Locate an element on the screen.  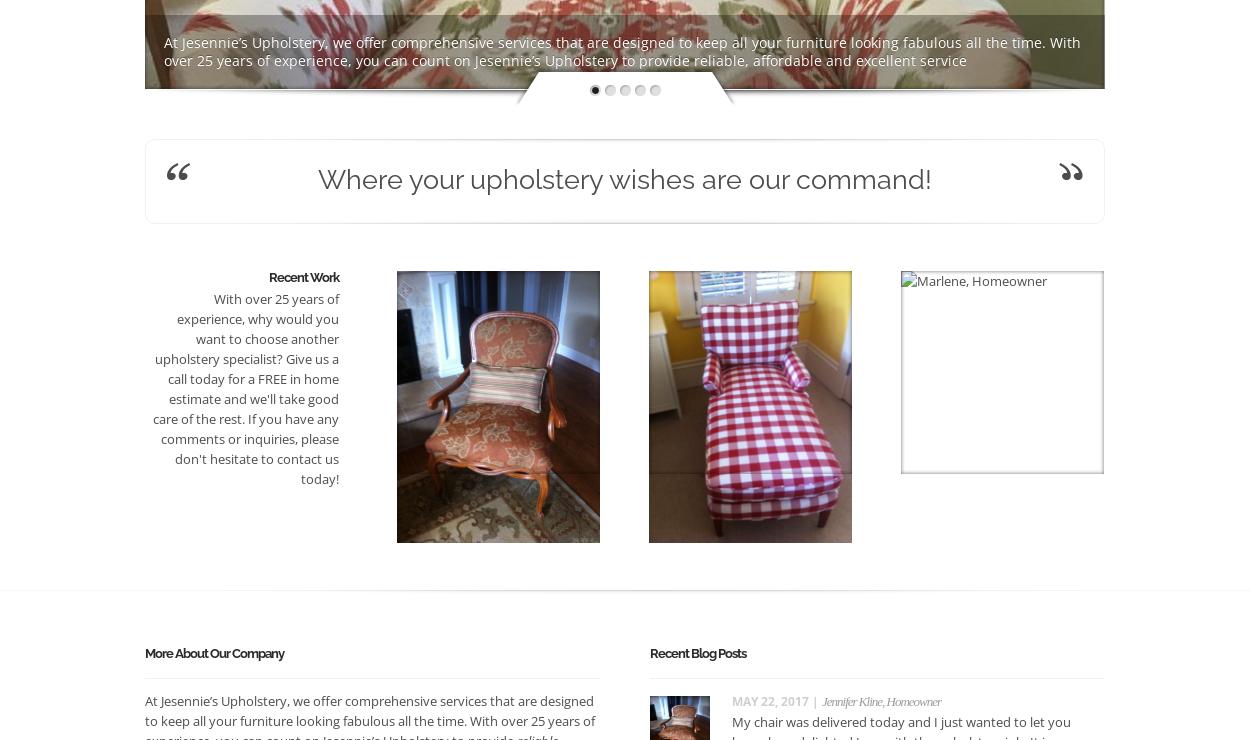
'Recent Work' is located at coordinates (304, 276).